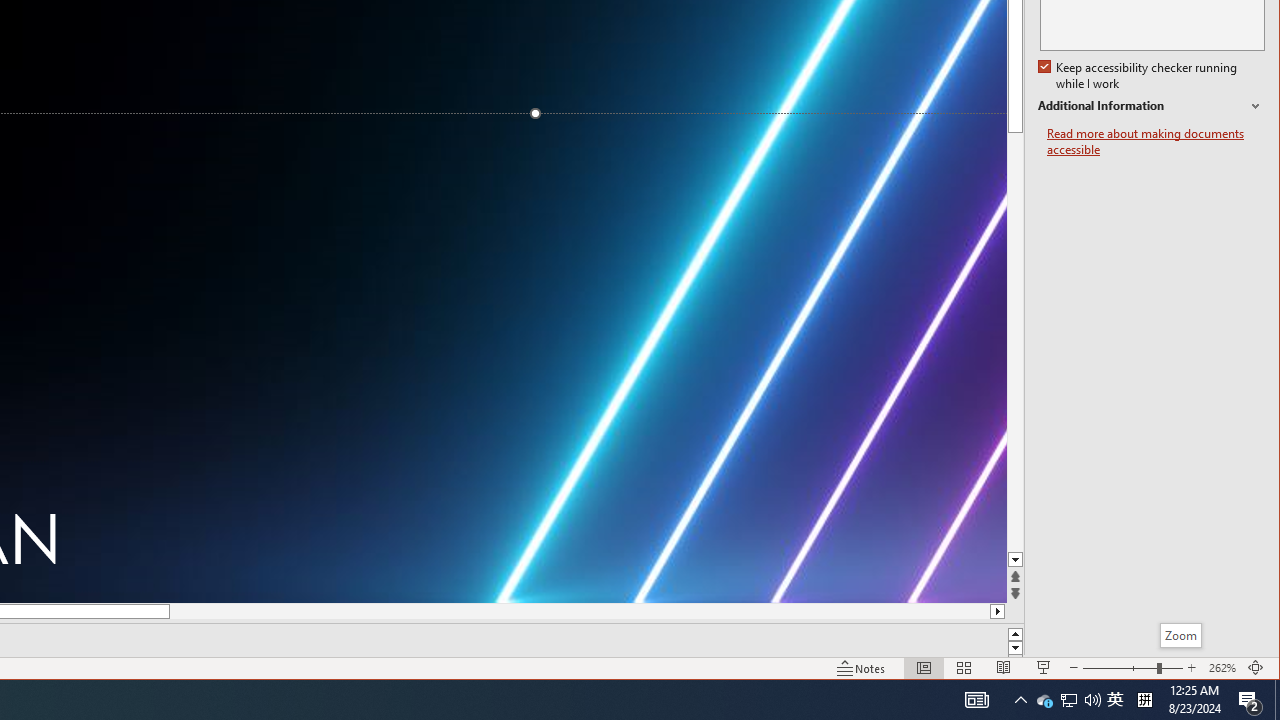 The image size is (1280, 720). What do you see at coordinates (1221, 668) in the screenshot?
I see `'Zoom 262%'` at bounding box center [1221, 668].